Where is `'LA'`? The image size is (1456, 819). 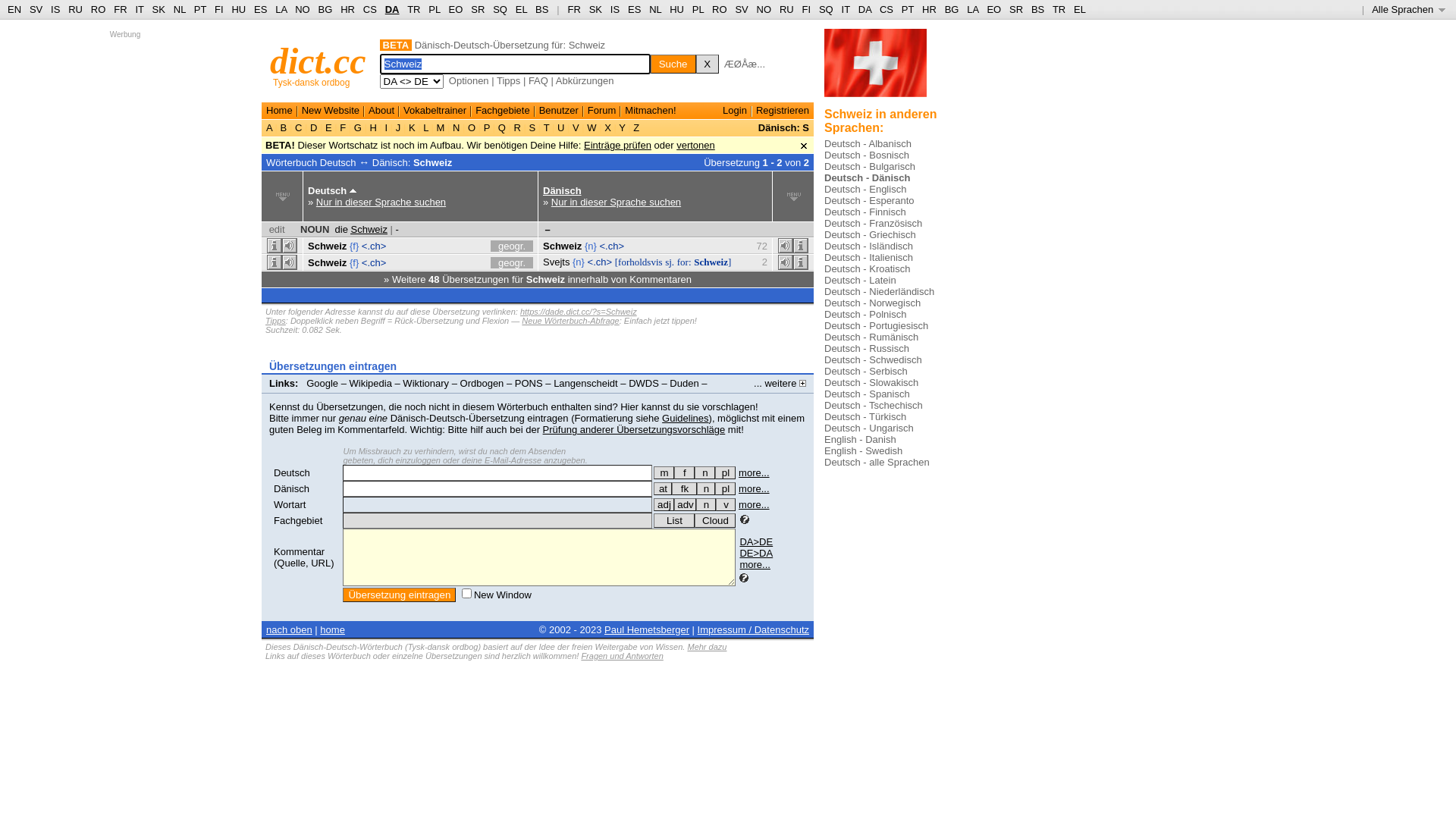
'LA' is located at coordinates (972, 9).